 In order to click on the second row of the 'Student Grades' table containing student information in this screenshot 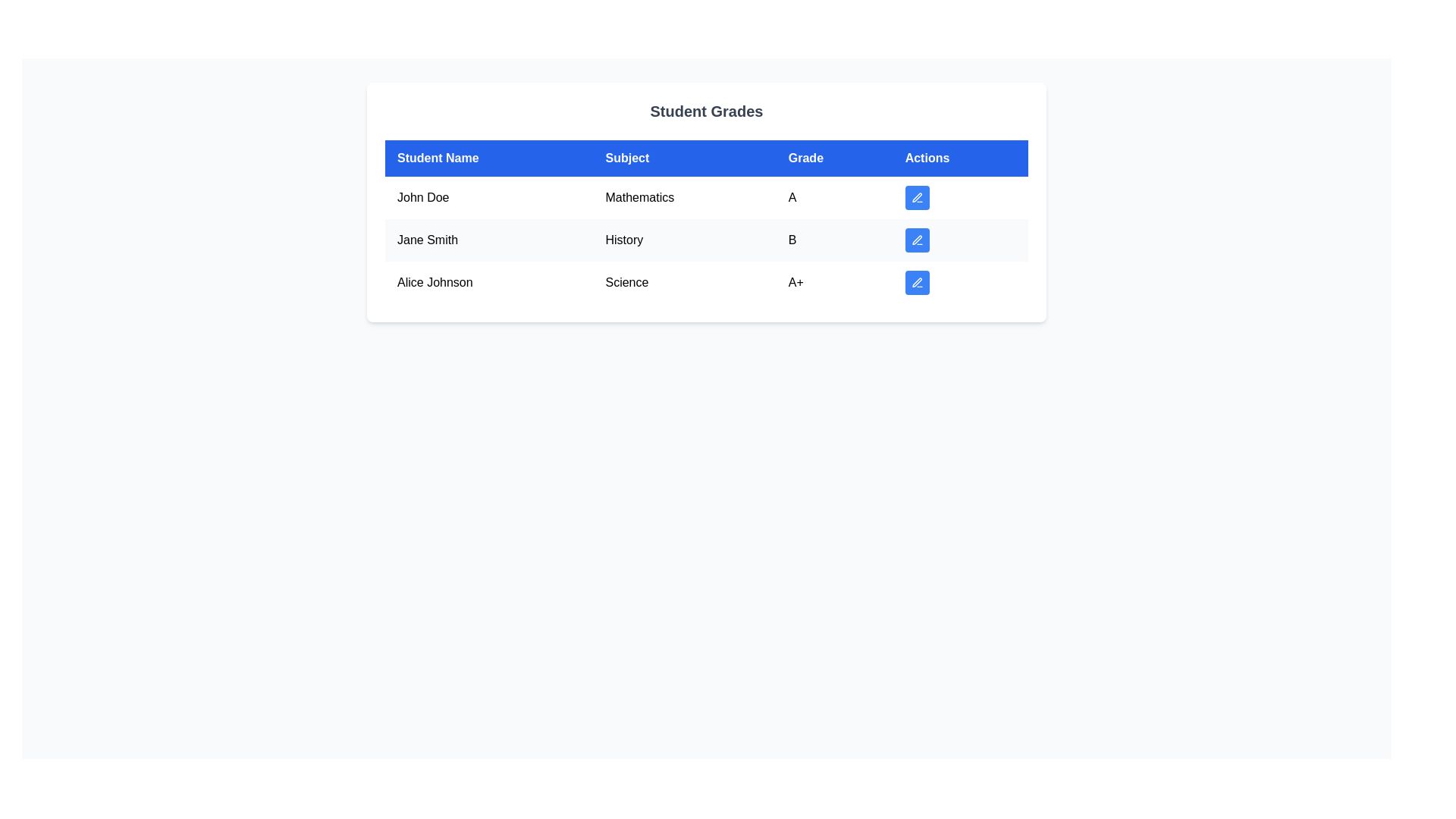, I will do `click(705, 239)`.